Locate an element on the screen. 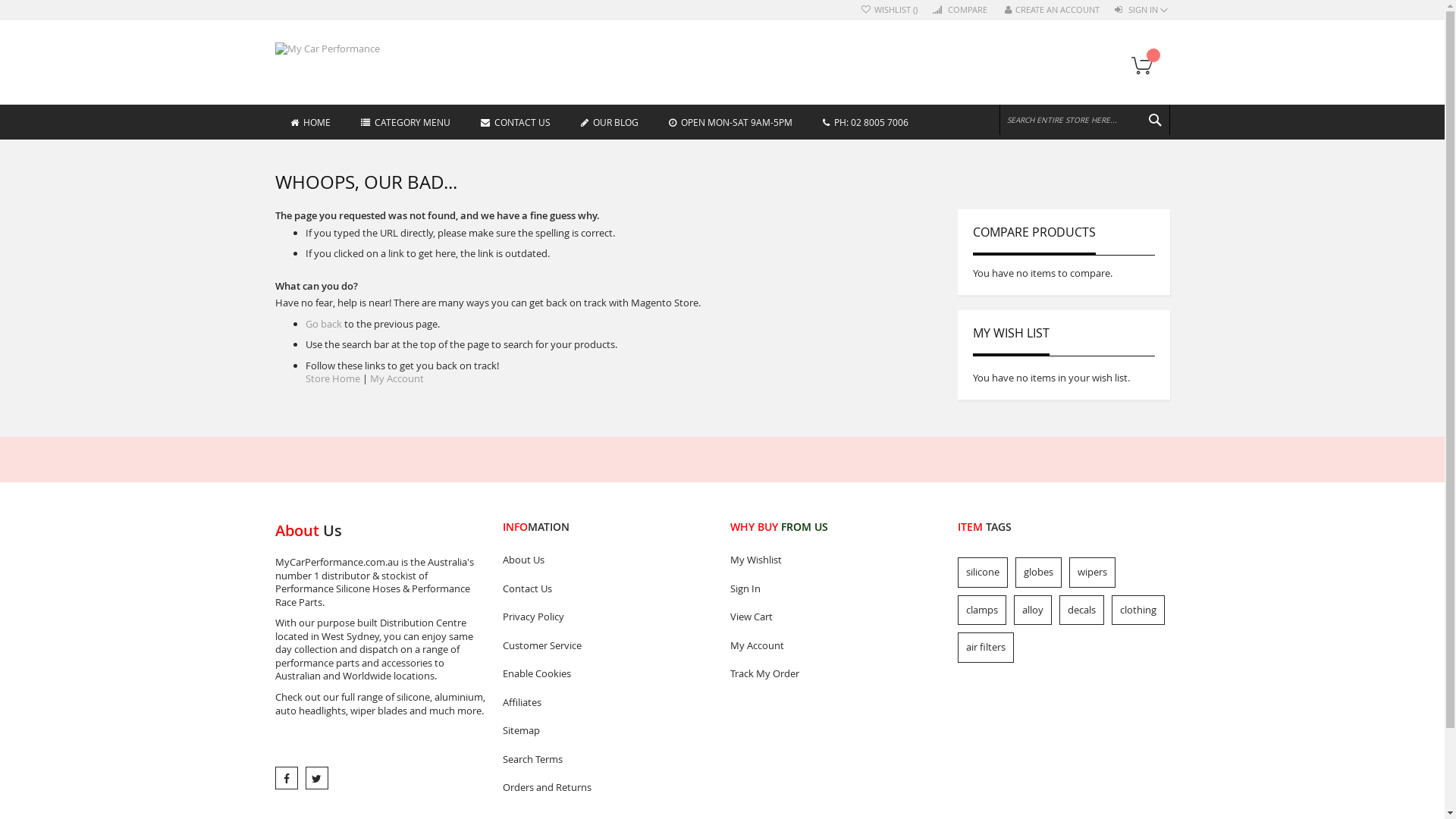 The height and width of the screenshot is (819, 1456). 'SEARCH' is located at coordinates (1153, 119).